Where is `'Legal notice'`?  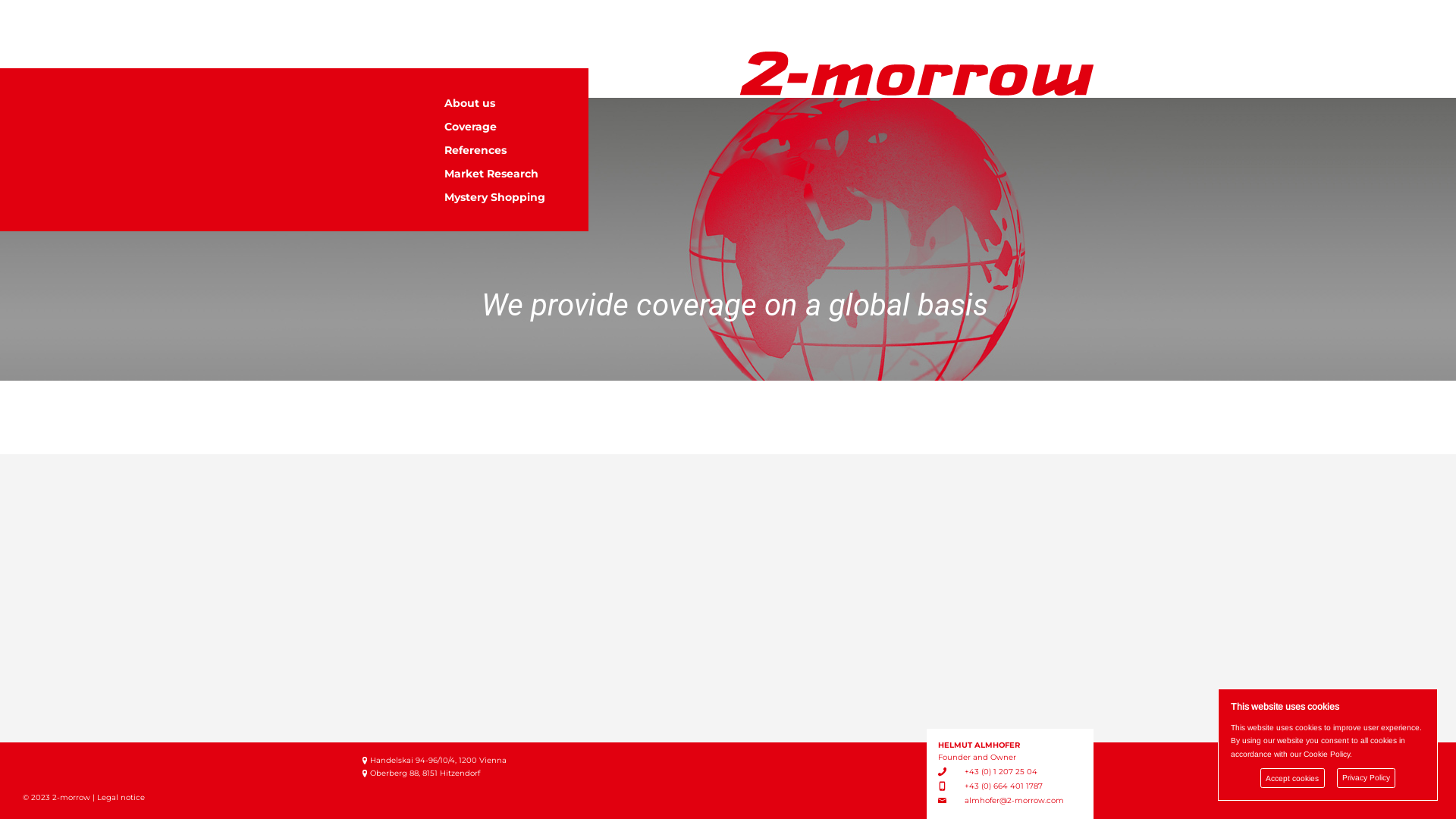 'Legal notice' is located at coordinates (120, 796).